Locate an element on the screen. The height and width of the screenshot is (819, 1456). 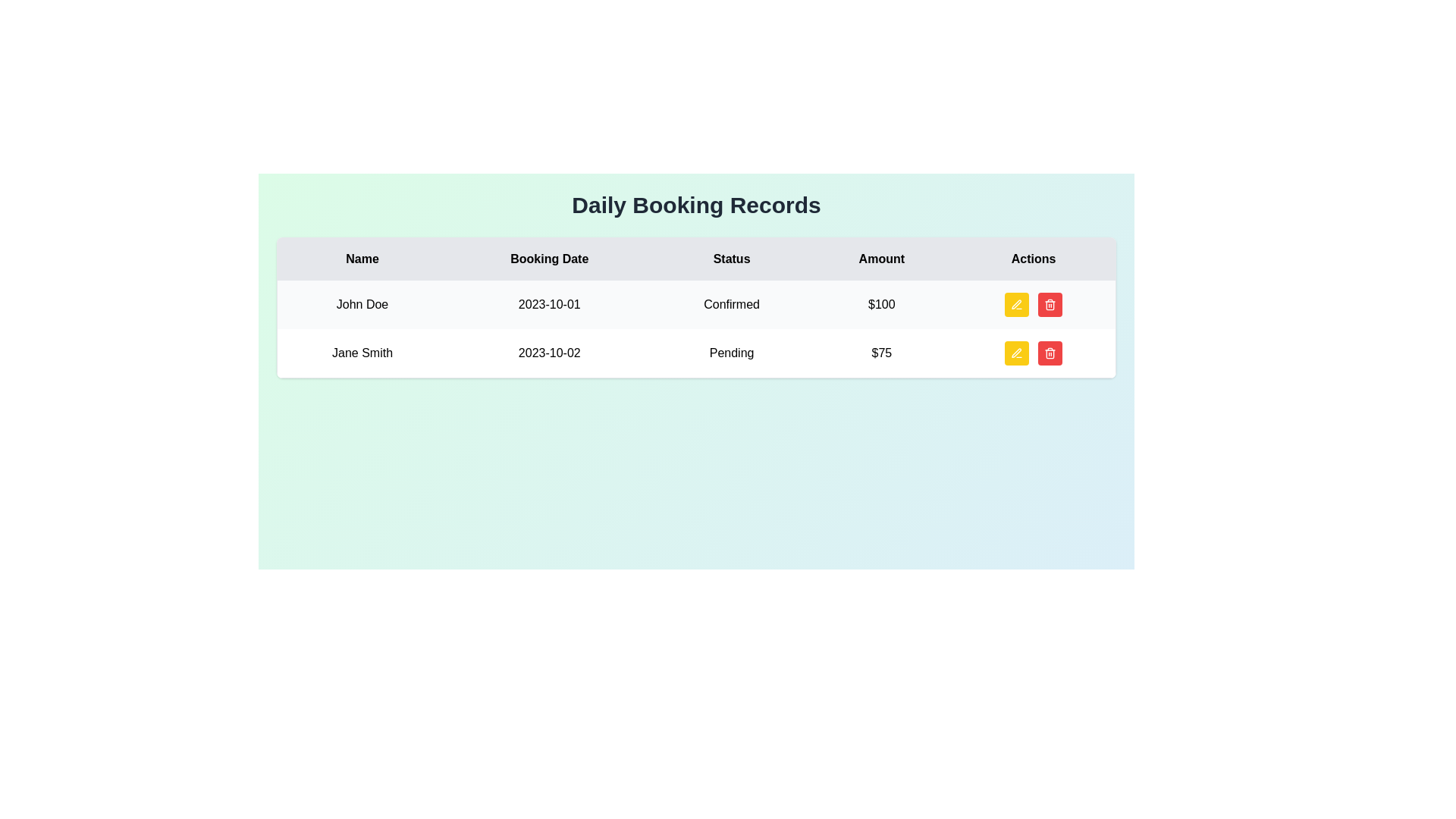
the trash can icon button with a red background located in the 'Actions' column of the second row is located at coordinates (1050, 304).